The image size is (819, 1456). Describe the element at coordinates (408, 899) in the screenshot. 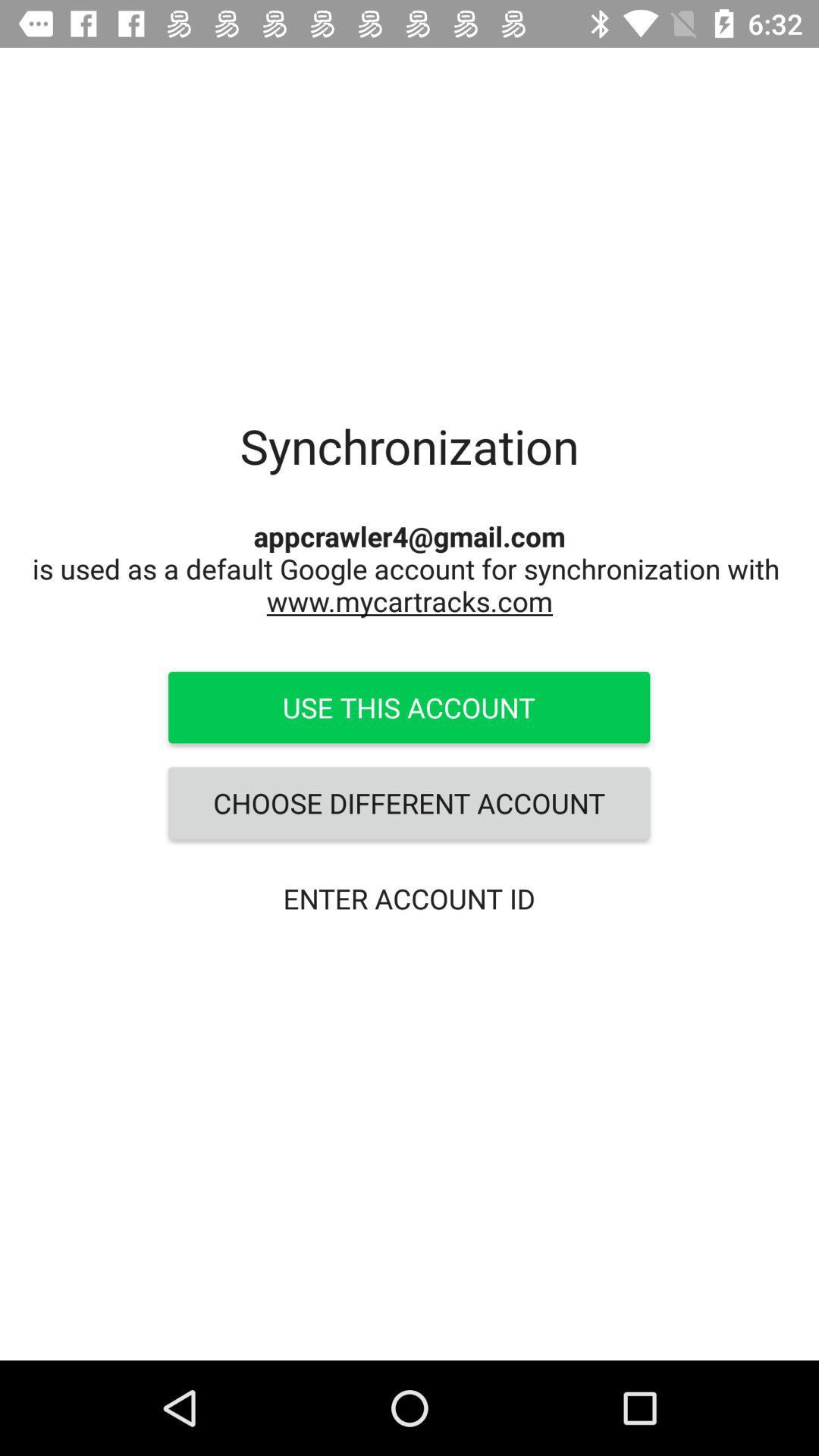

I see `the enter account id` at that location.